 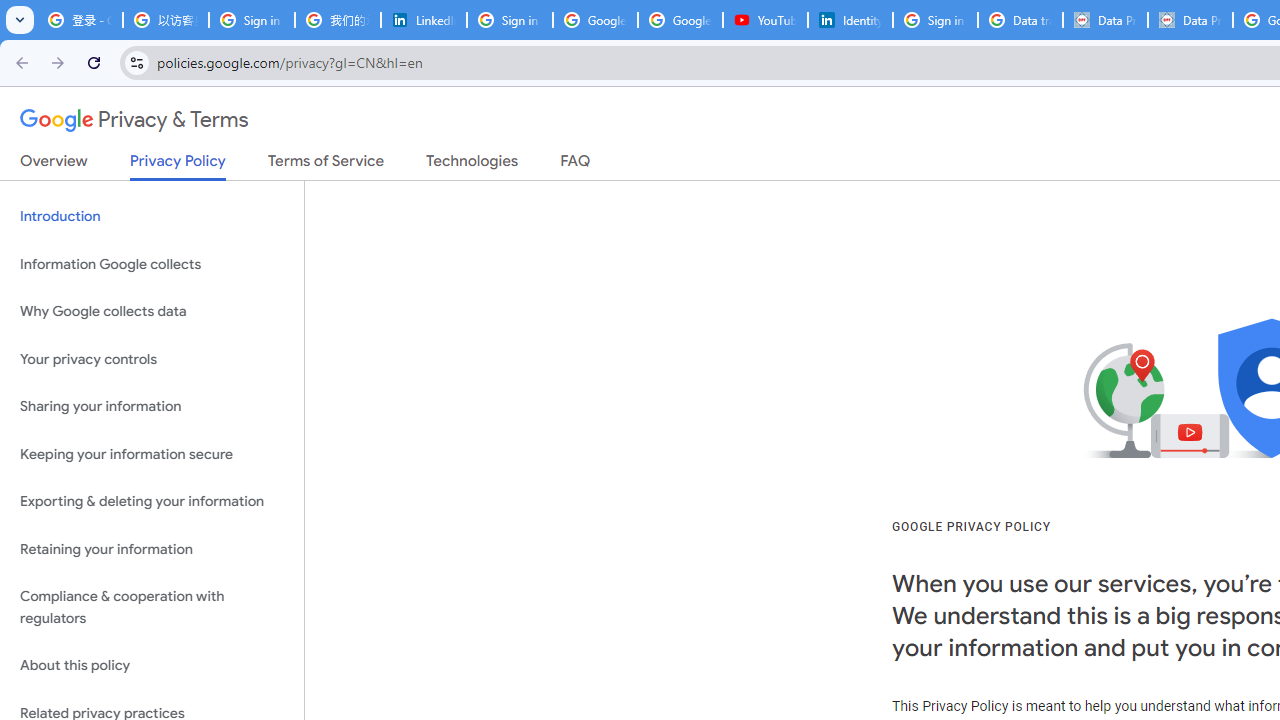 I want to click on 'Information Google collects', so click(x=151, y=263).